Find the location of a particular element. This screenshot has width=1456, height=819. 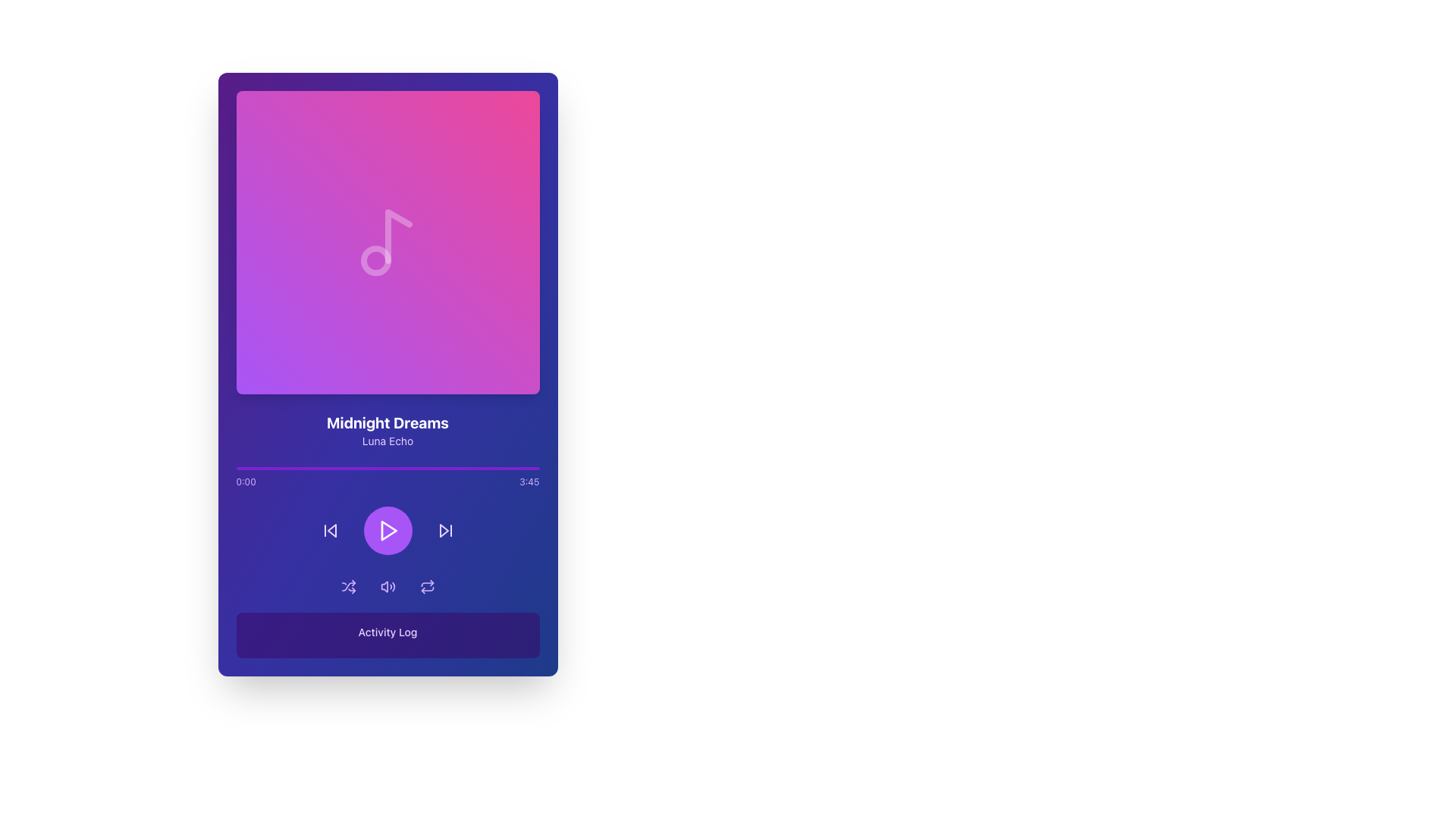

the small purple button with a backward skip icon located to the left of the large circular play button to change its color to white is located at coordinates (329, 529).